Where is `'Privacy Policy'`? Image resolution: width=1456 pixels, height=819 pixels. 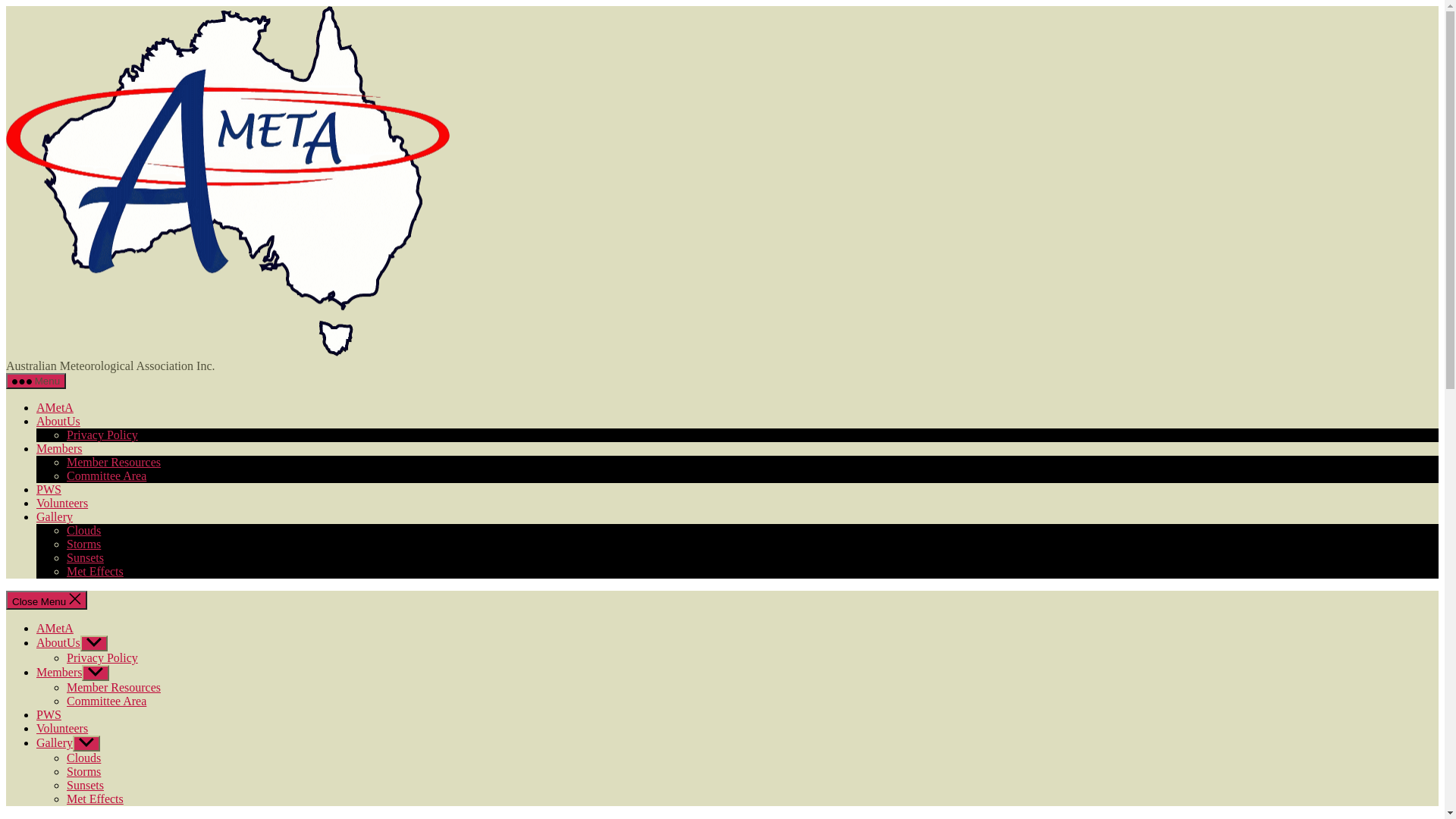
'Privacy Policy' is located at coordinates (101, 435).